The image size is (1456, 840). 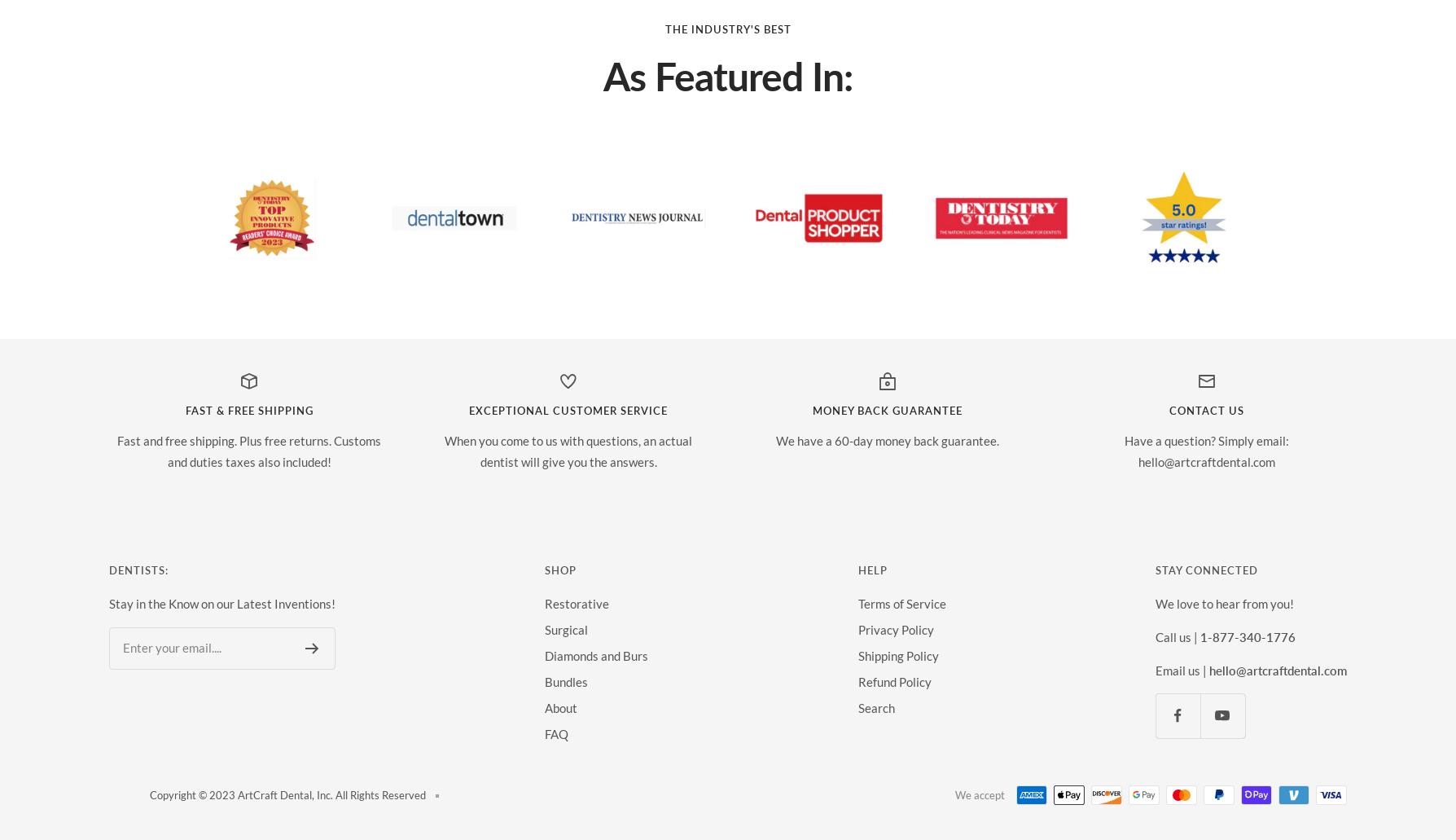 What do you see at coordinates (555, 732) in the screenshot?
I see `'FAQ'` at bounding box center [555, 732].